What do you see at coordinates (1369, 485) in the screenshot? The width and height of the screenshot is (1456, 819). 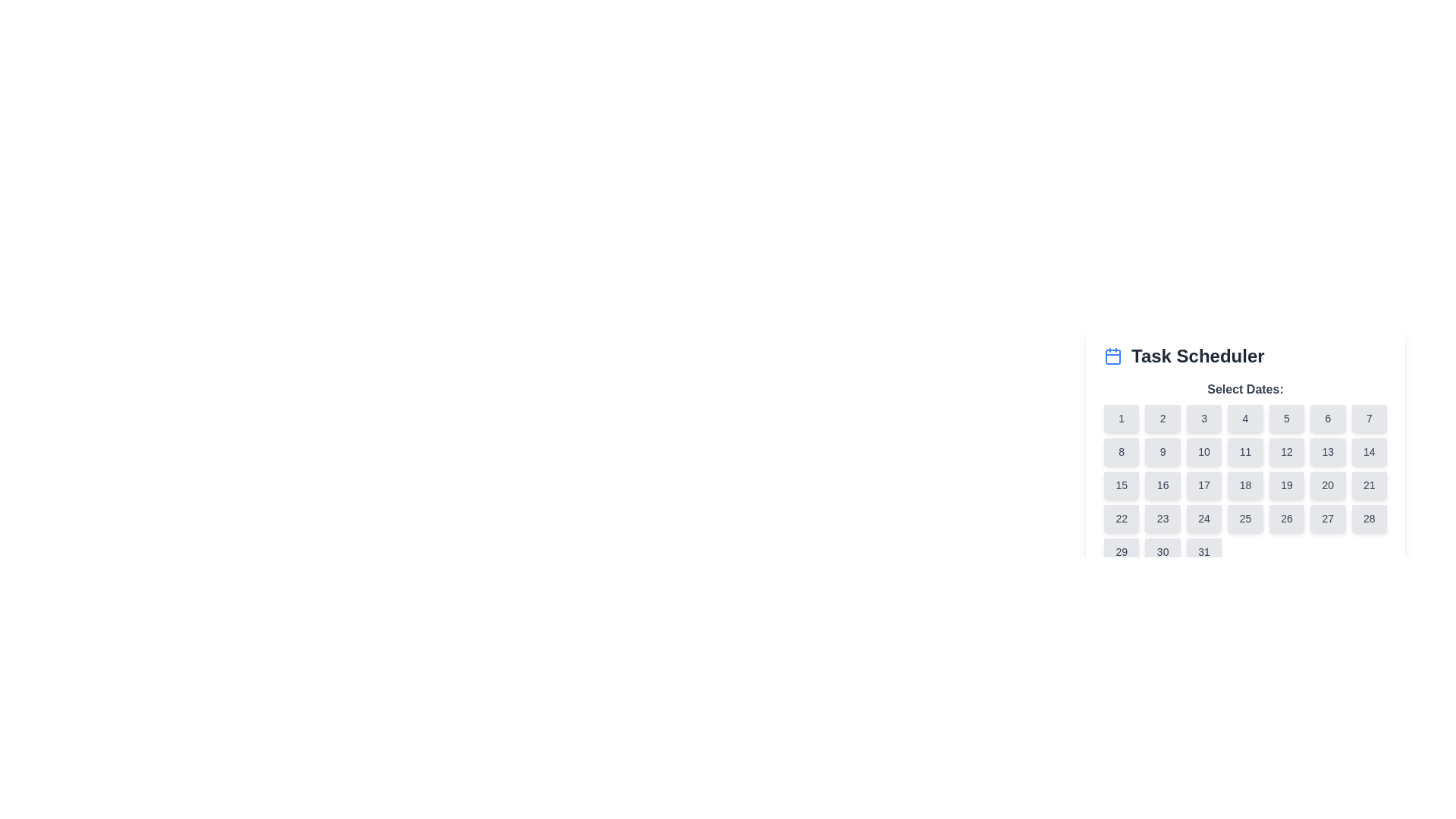 I see `the button for selecting the date '21' located in the bottom-right area of a grid layout, specifically in the seventh column of the third row` at bounding box center [1369, 485].